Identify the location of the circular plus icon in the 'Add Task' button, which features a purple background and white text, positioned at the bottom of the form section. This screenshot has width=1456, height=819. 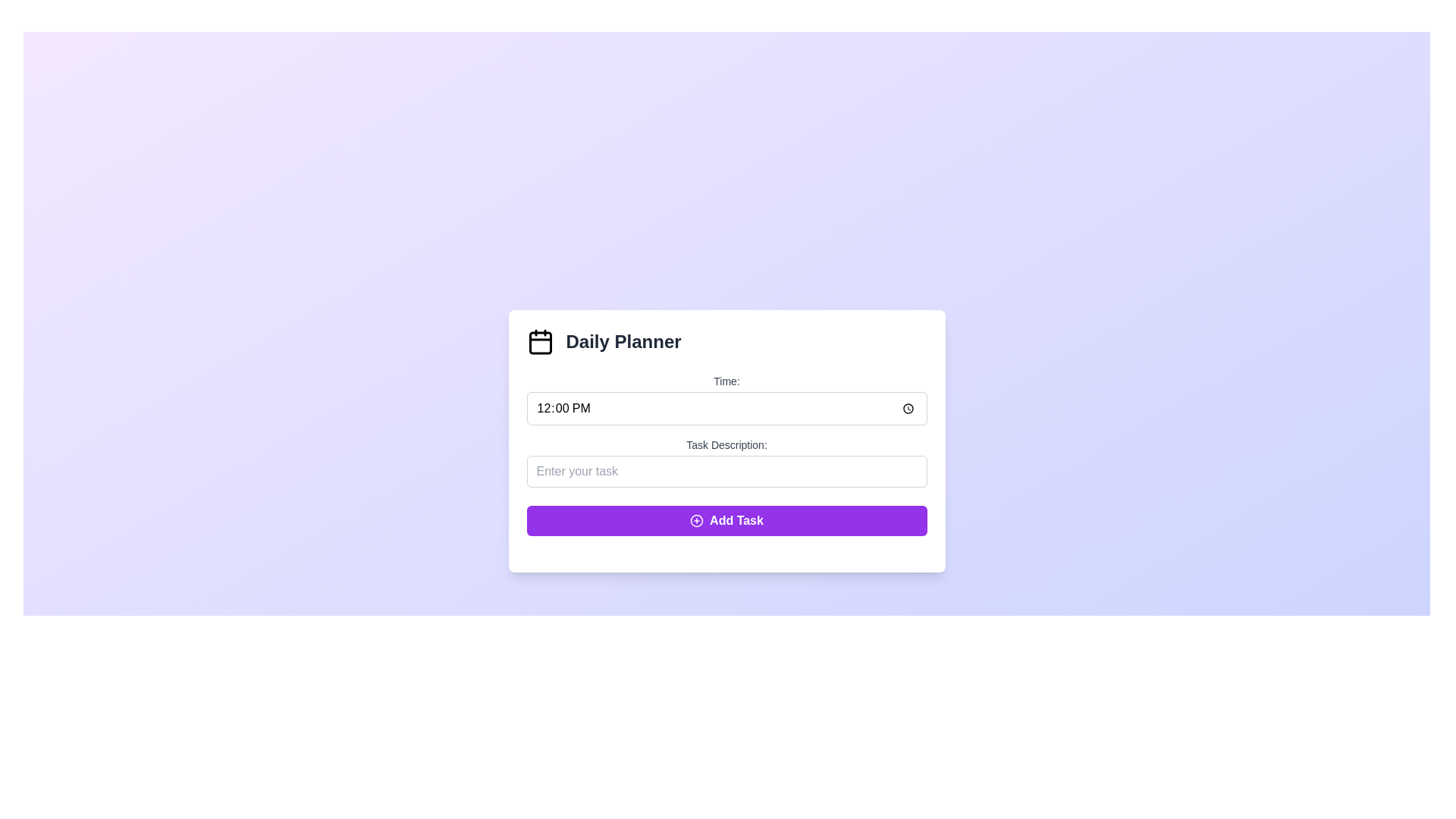
(696, 519).